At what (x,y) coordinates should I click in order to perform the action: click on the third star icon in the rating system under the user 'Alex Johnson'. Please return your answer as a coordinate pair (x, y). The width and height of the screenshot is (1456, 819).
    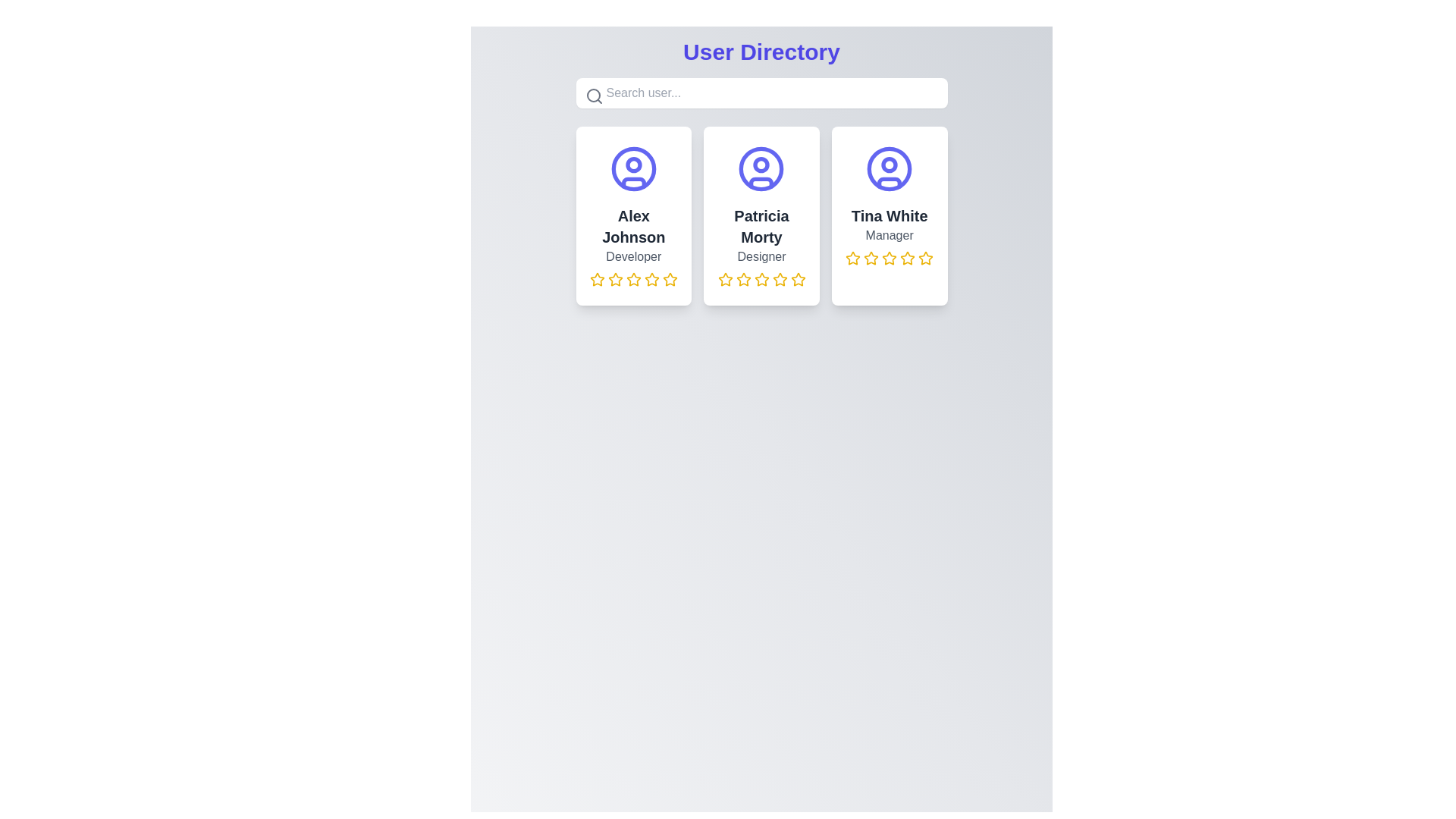
    Looking at the image, I should click on (633, 280).